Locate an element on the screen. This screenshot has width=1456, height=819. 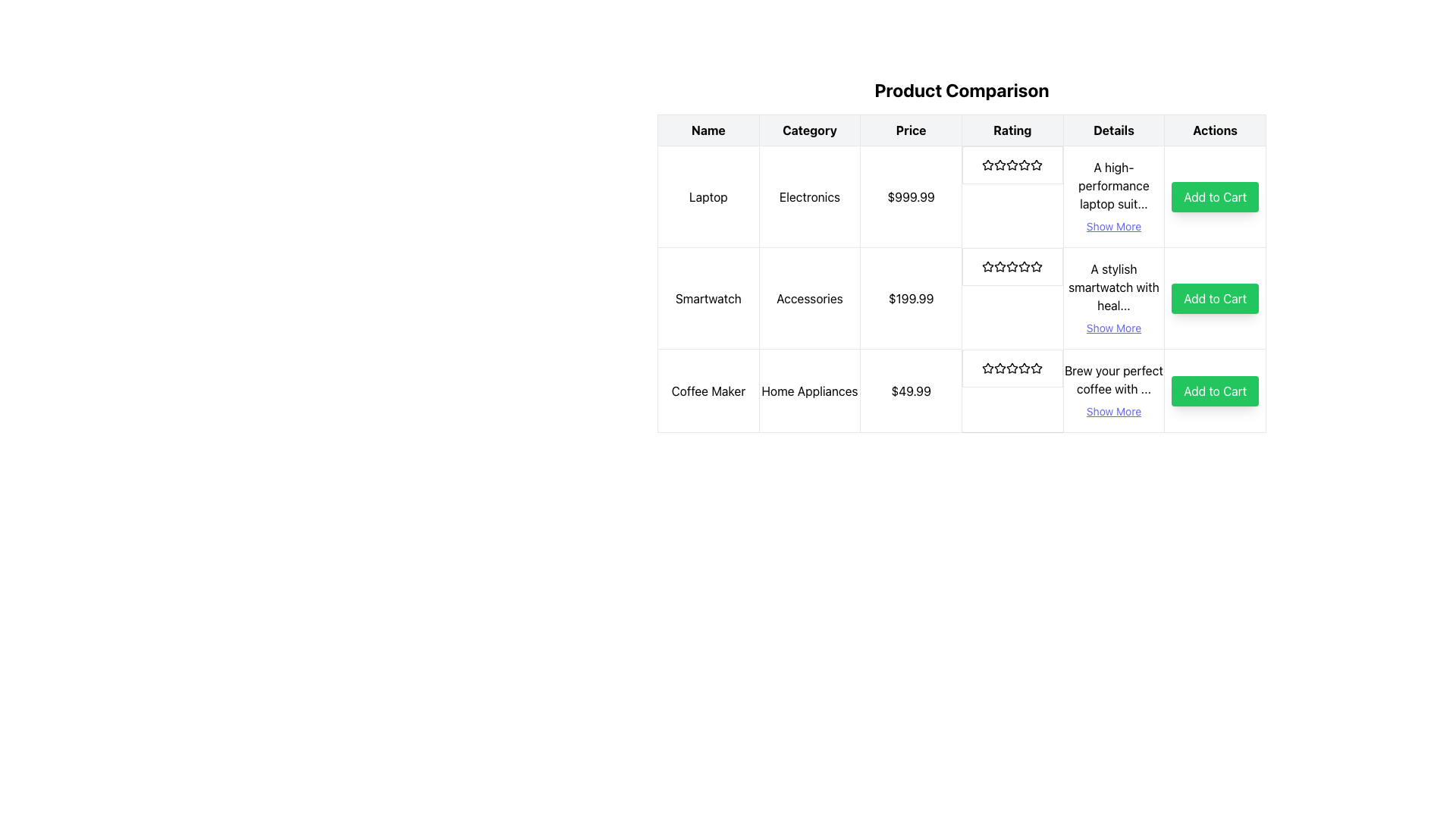
the 'Coffee Maker' text label is located at coordinates (708, 390).